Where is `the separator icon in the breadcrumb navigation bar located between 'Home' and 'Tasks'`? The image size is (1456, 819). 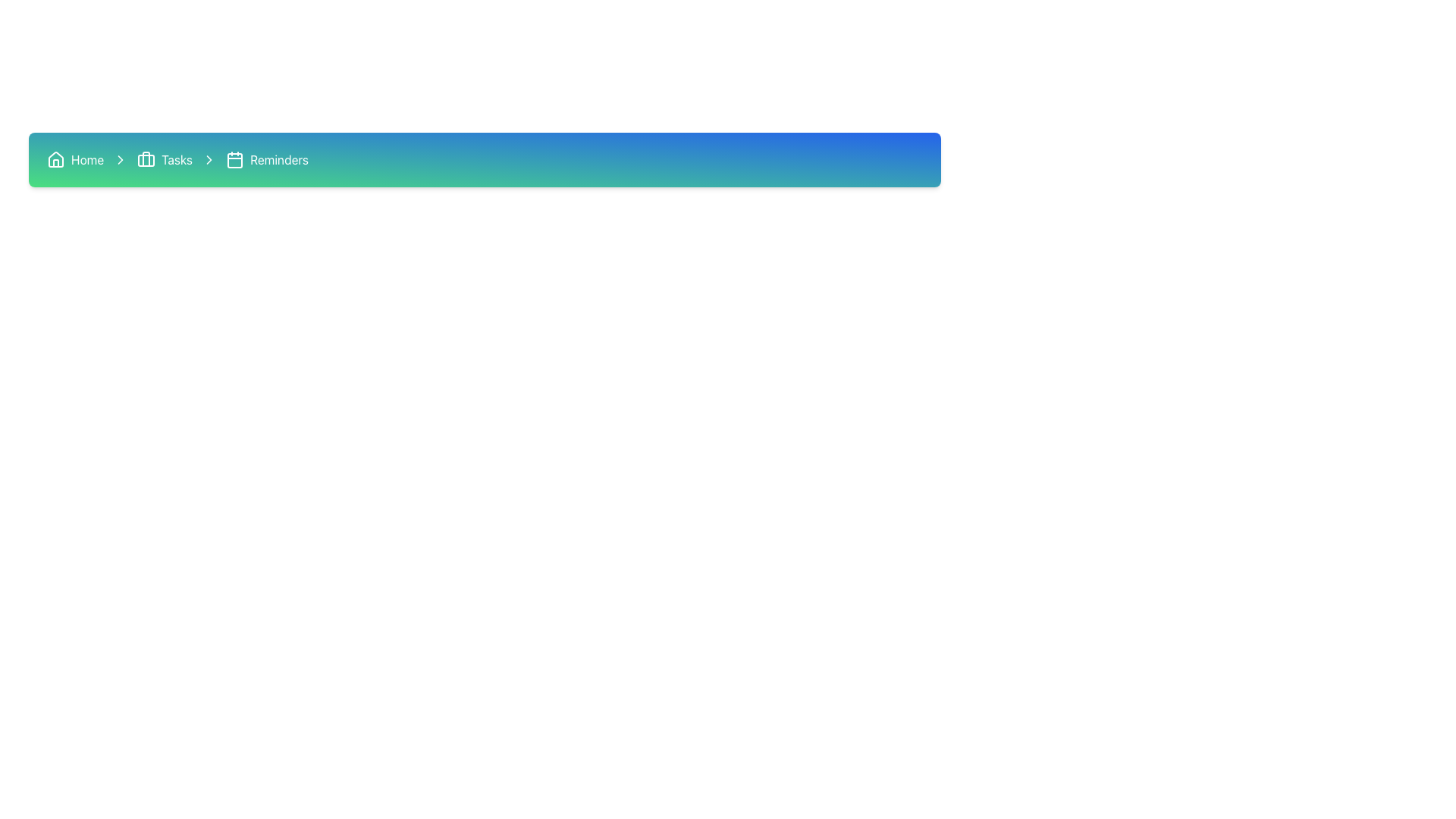 the separator icon in the breadcrumb navigation bar located between 'Home' and 'Tasks' is located at coordinates (209, 160).